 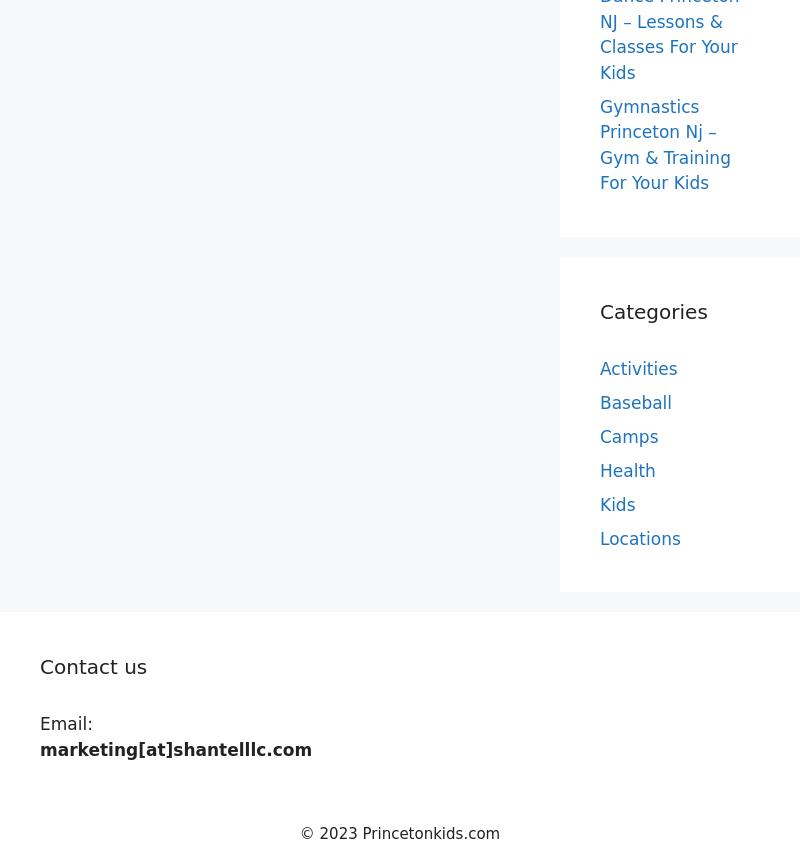 I want to click on 'Health', so click(x=627, y=469).